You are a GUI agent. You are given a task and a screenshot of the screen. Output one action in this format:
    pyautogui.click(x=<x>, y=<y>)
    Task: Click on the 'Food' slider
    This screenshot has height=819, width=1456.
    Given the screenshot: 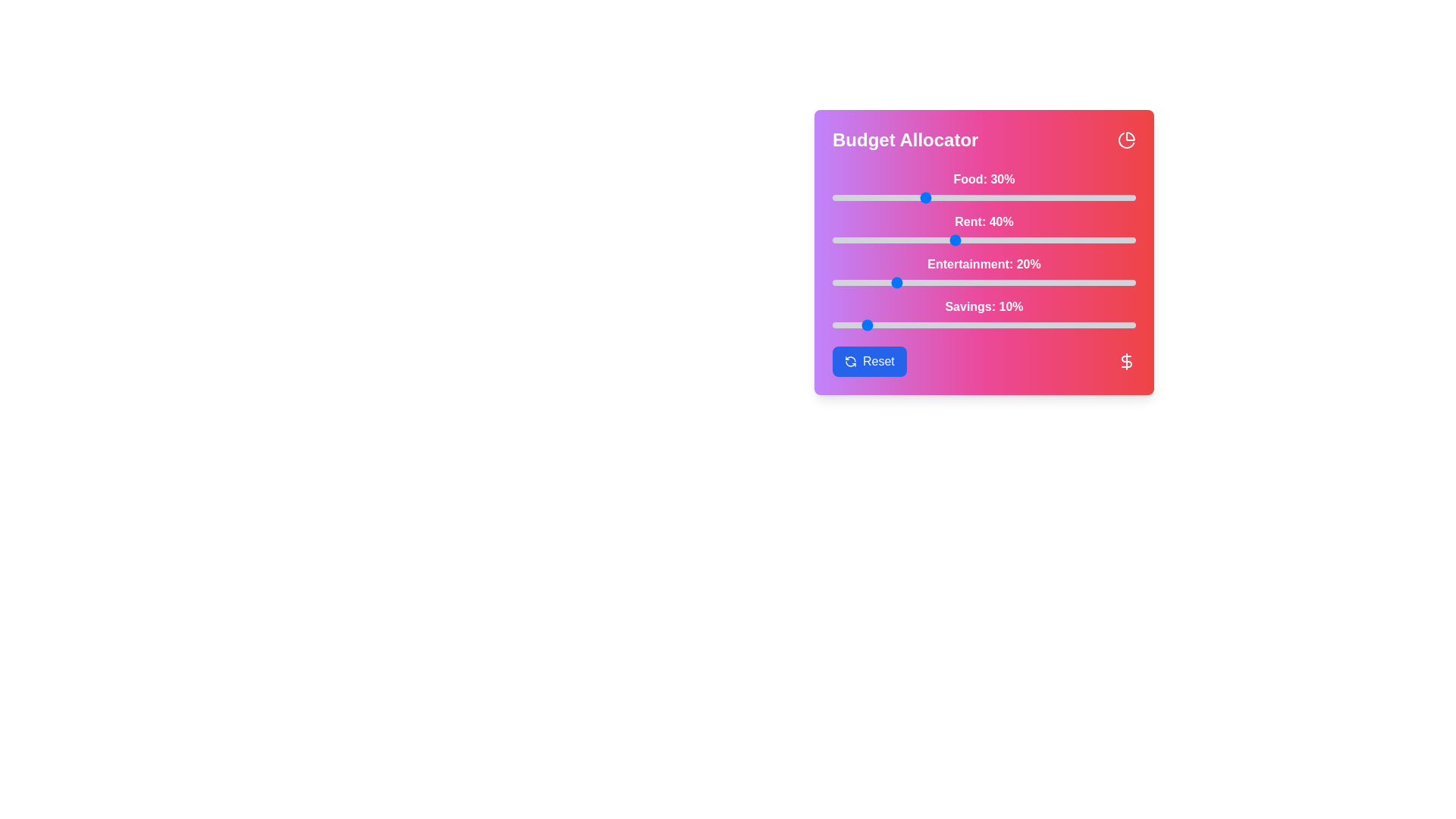 What is the action you would take?
    pyautogui.click(x=913, y=197)
    